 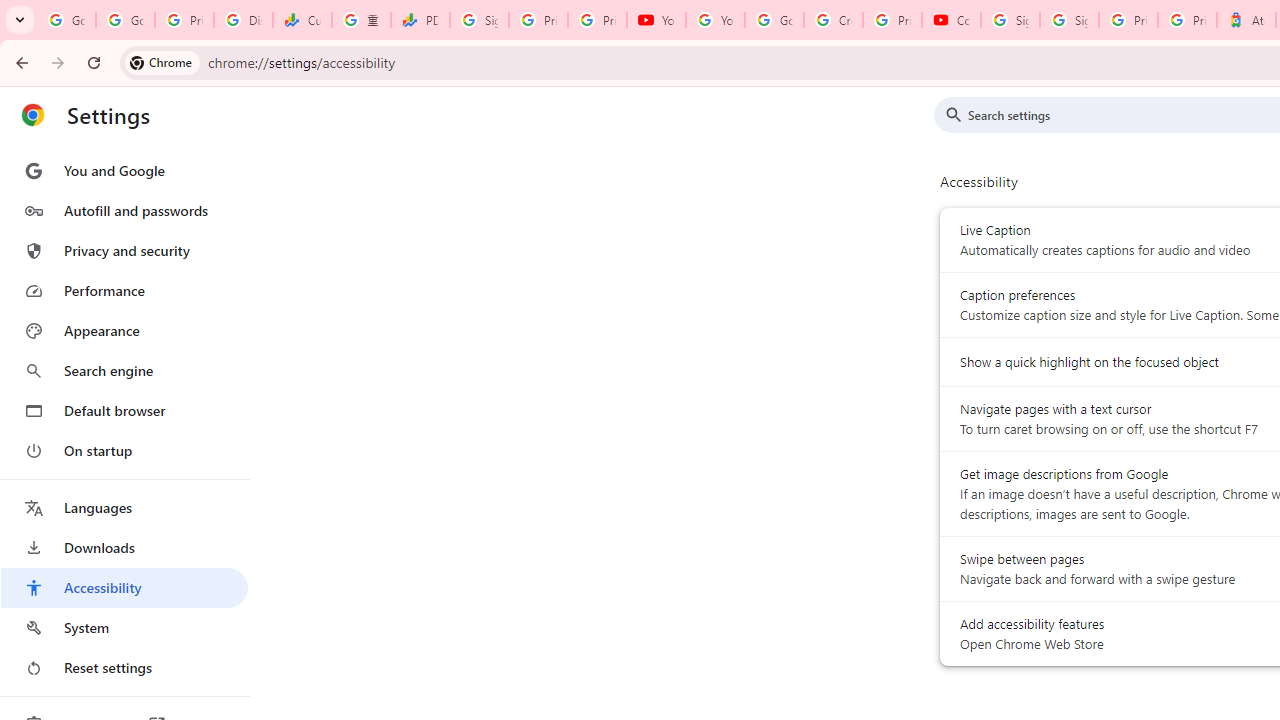 What do you see at coordinates (123, 451) in the screenshot?
I see `'On startup'` at bounding box center [123, 451].